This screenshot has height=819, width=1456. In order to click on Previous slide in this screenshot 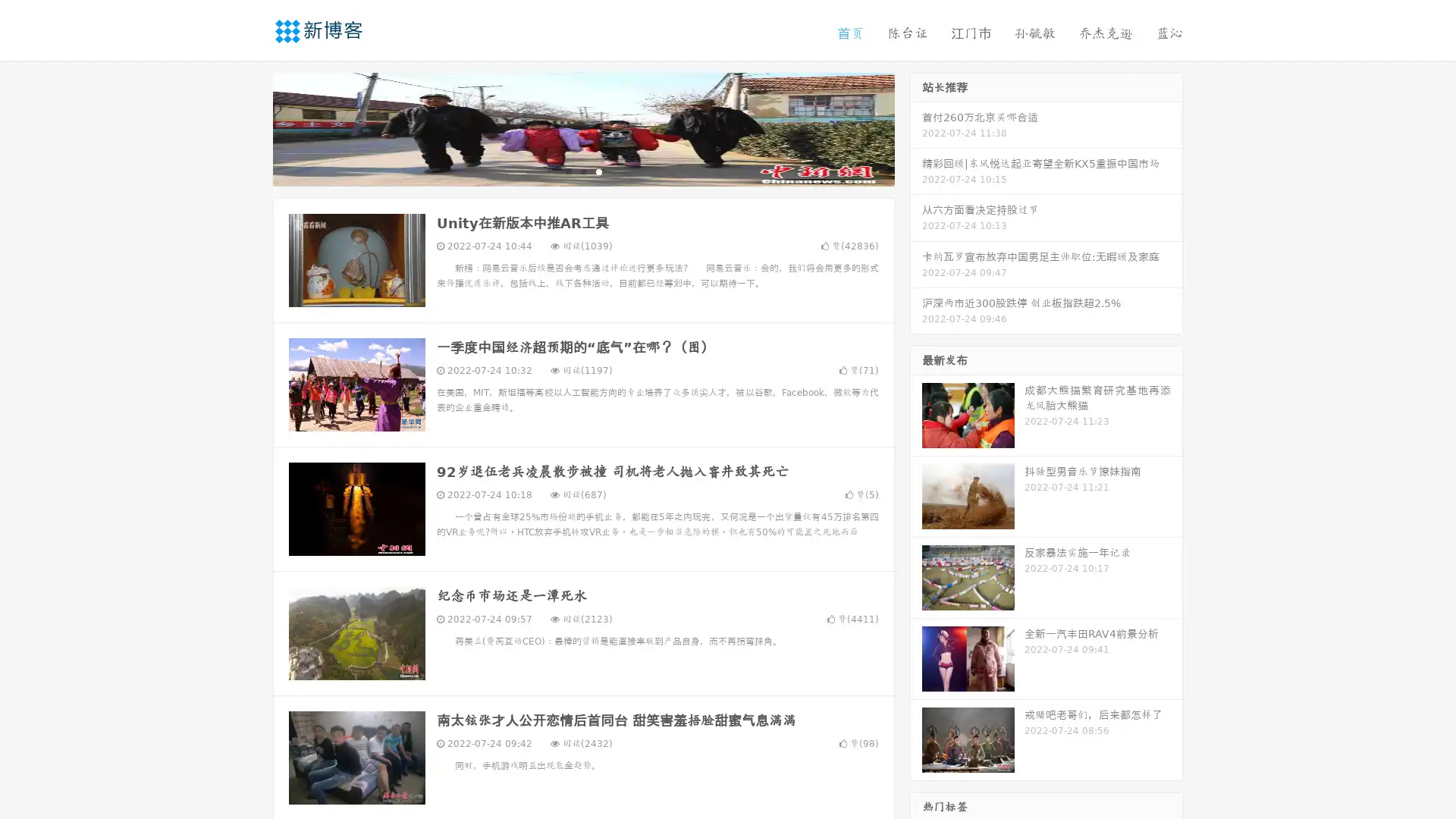, I will do `click(250, 127)`.